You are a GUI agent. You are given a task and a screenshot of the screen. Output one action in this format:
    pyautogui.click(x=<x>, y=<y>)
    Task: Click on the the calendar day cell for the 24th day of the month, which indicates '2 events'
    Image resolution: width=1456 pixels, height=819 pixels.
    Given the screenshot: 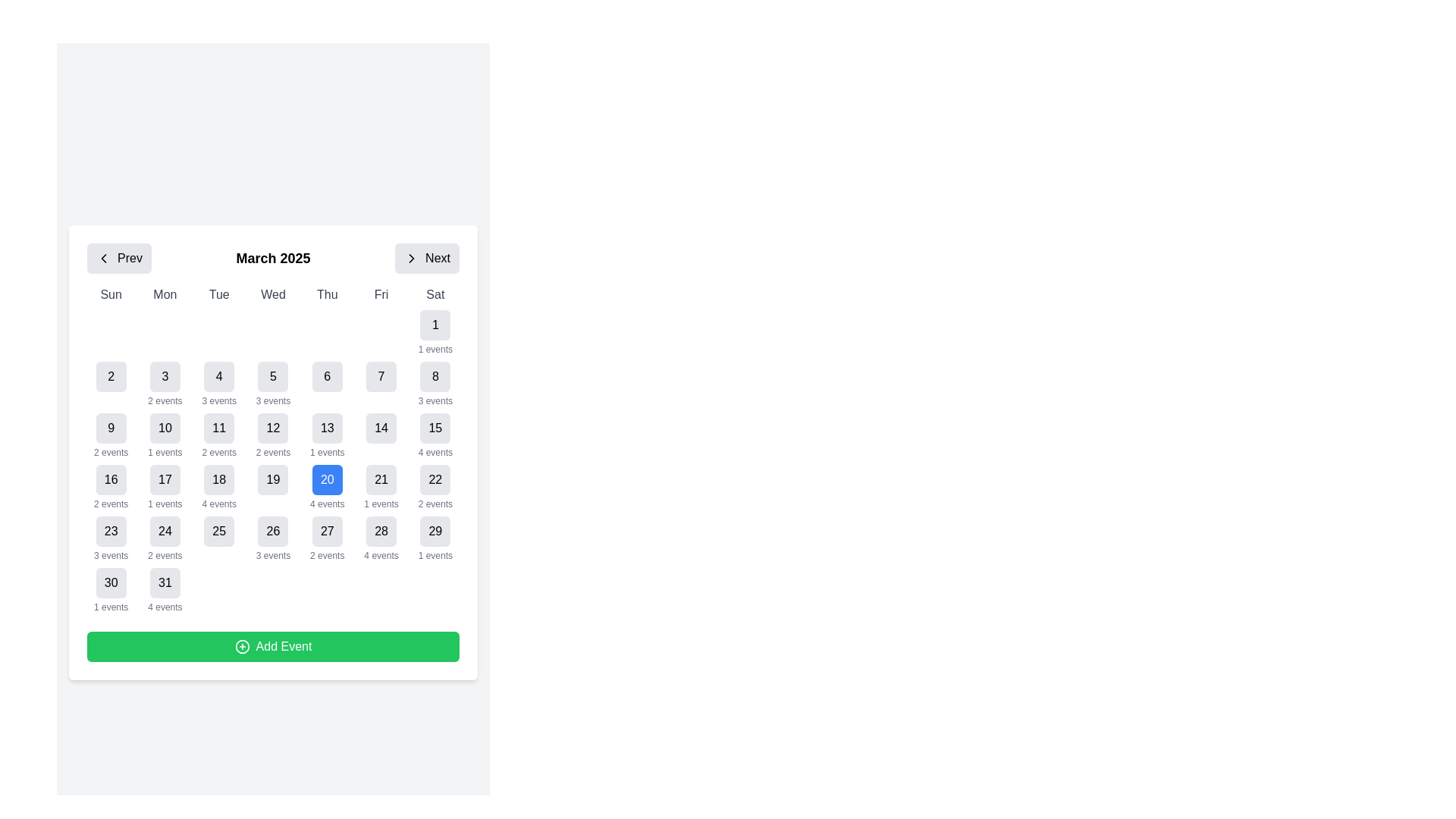 What is the action you would take?
    pyautogui.click(x=165, y=538)
    